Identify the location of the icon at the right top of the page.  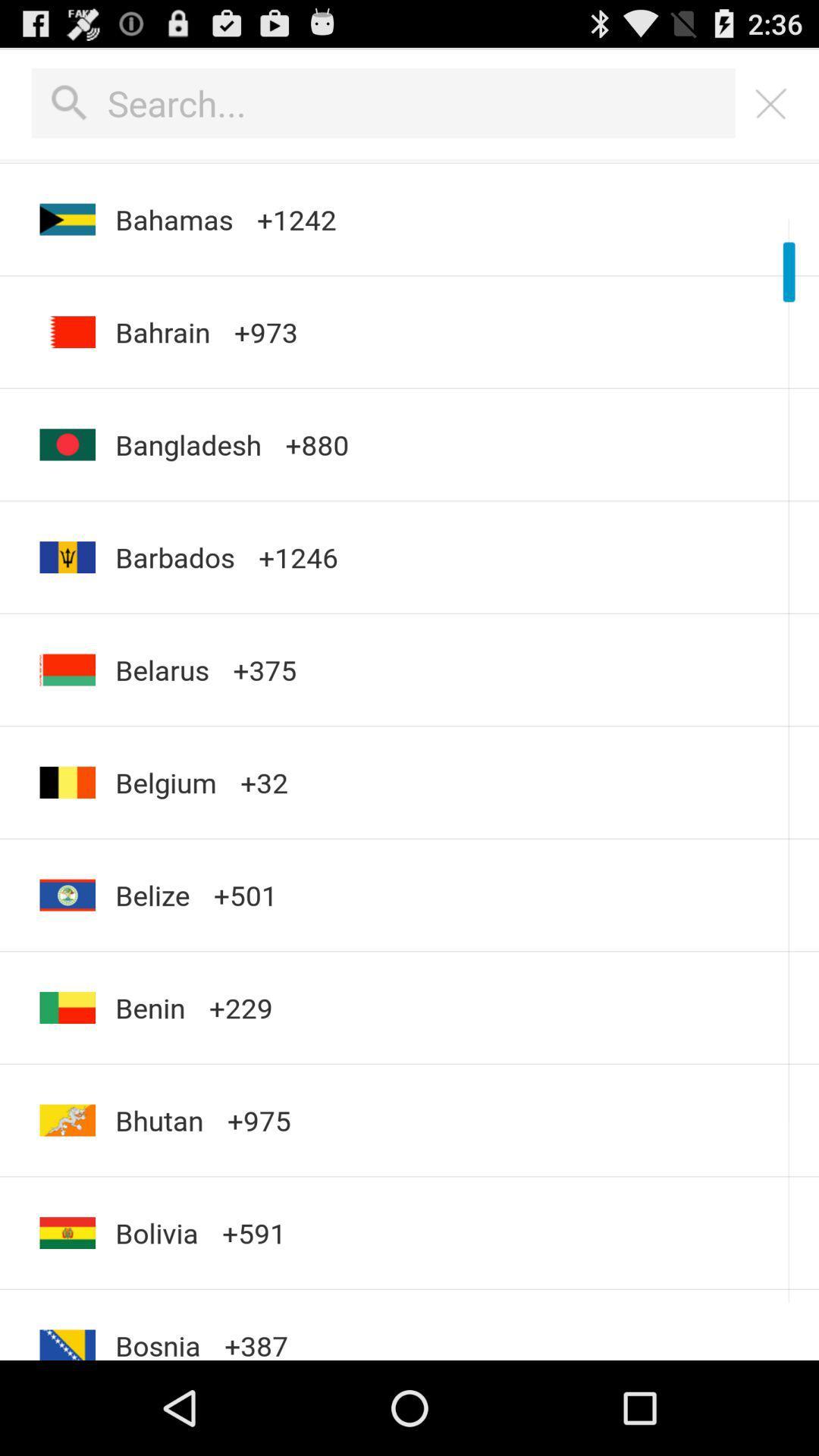
(771, 103).